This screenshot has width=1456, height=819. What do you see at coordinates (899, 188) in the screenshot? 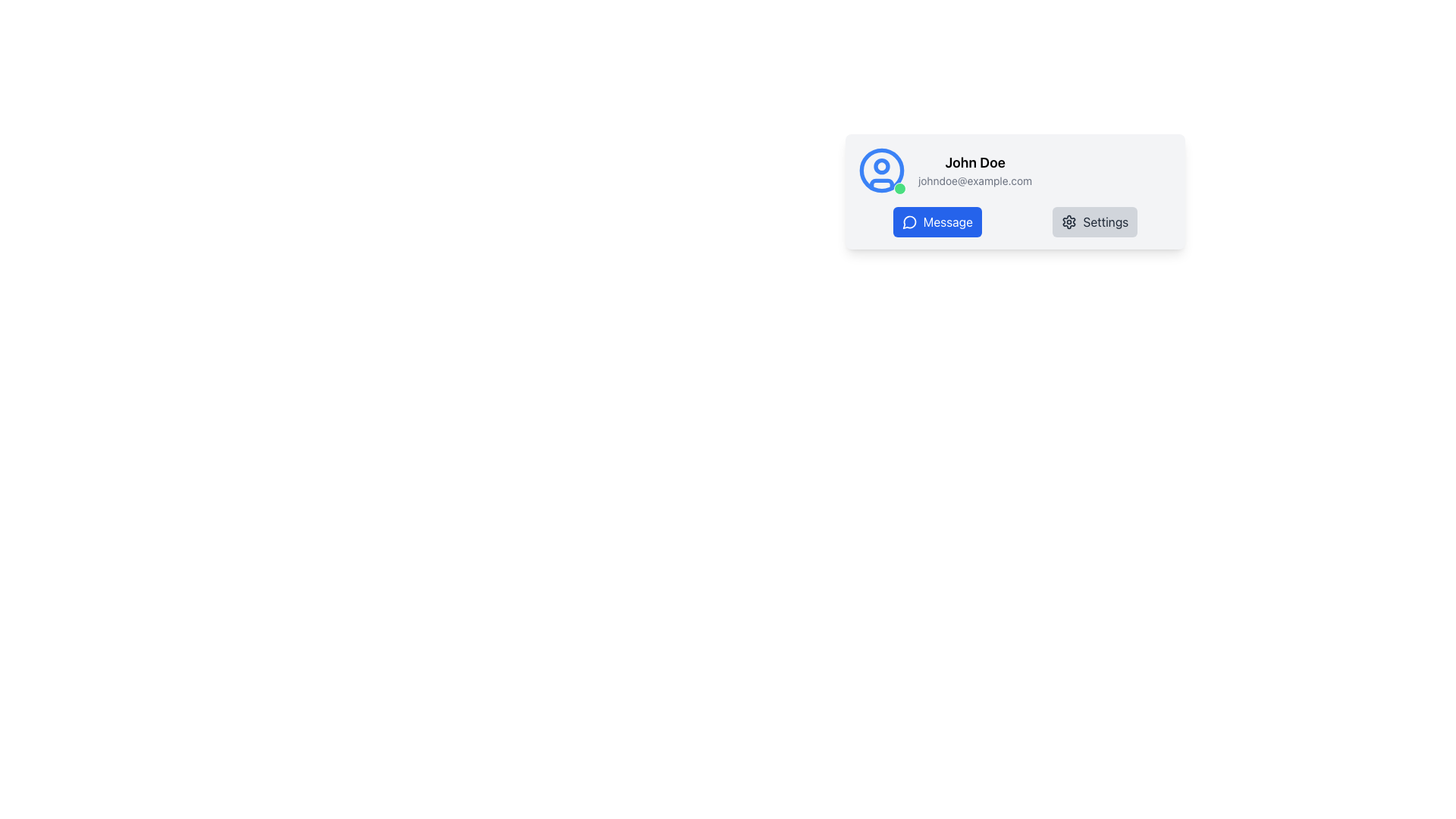
I see `the small green circular Status Indicator Badge located at the bottom-right corner of the profile avatar` at bounding box center [899, 188].